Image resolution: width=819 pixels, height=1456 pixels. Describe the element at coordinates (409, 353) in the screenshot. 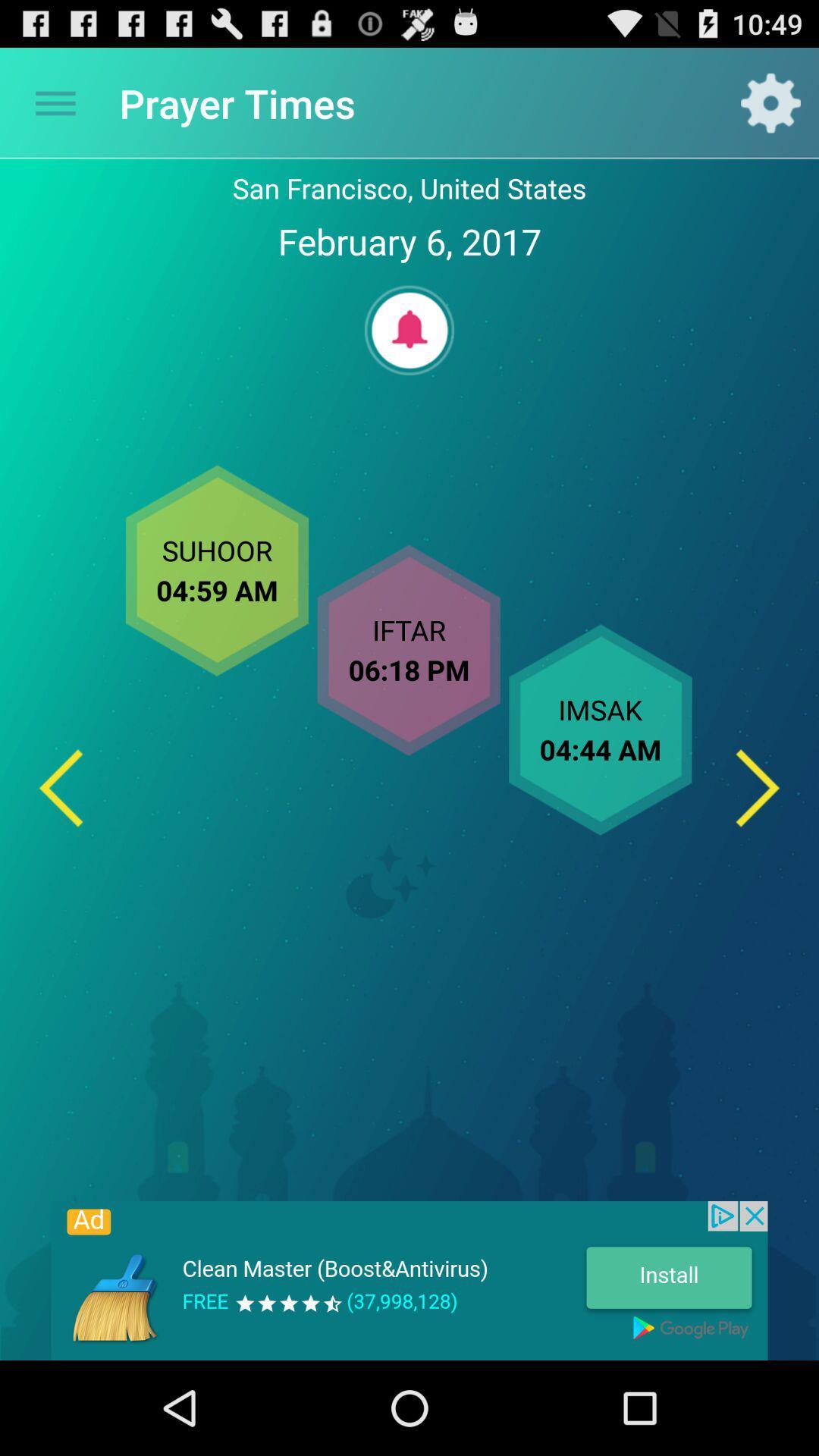

I see `the notifications icon` at that location.